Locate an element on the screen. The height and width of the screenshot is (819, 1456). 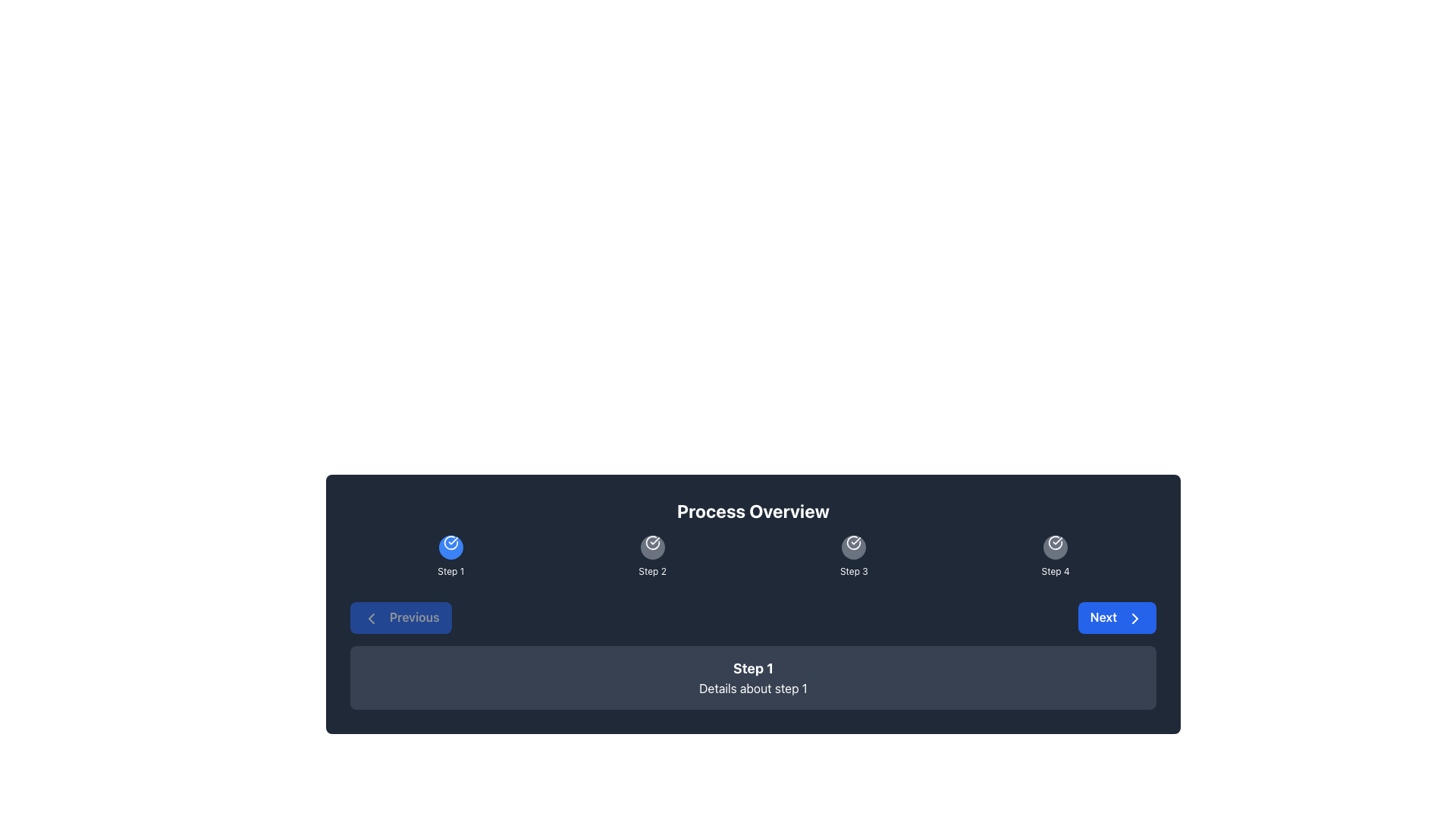
text content of the Text Label that indicates the third step in the 'Process Overview' navigation bar is located at coordinates (854, 571).